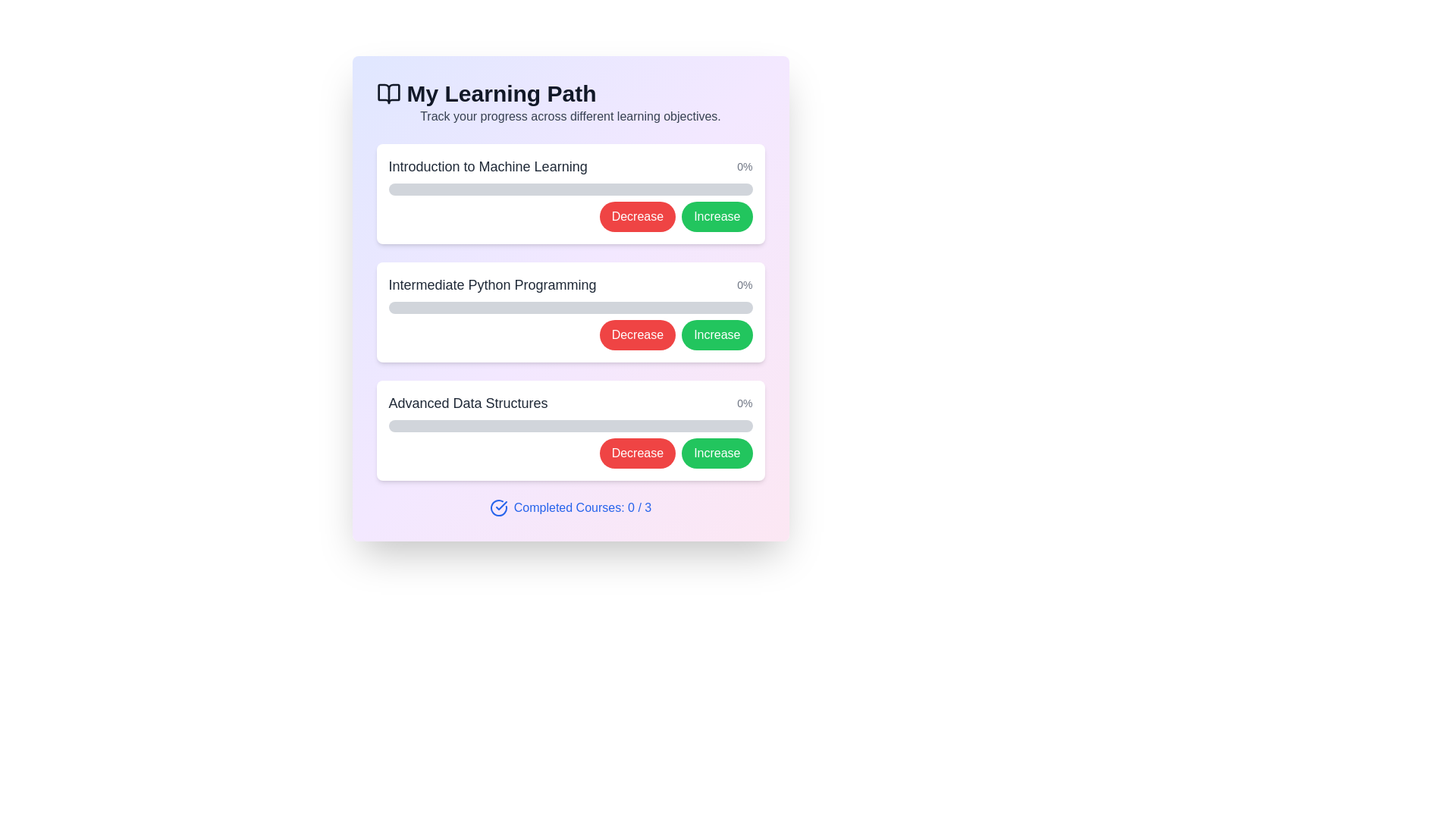 Image resolution: width=1456 pixels, height=819 pixels. I want to click on the progress percentage Label adjacent to 'Advanced Data Structures', so click(745, 403).